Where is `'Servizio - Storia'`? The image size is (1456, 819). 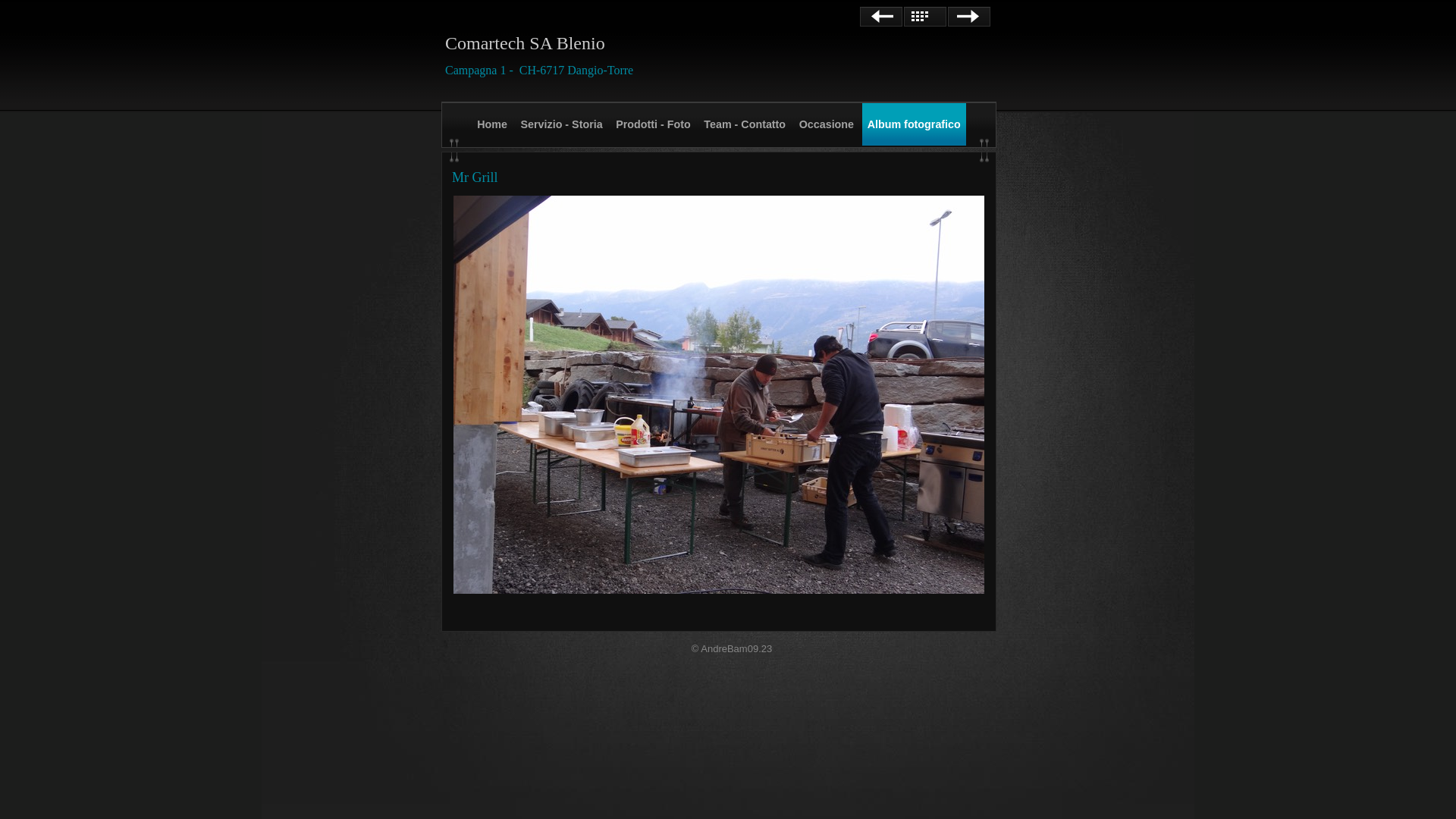 'Servizio - Storia' is located at coordinates (560, 124).